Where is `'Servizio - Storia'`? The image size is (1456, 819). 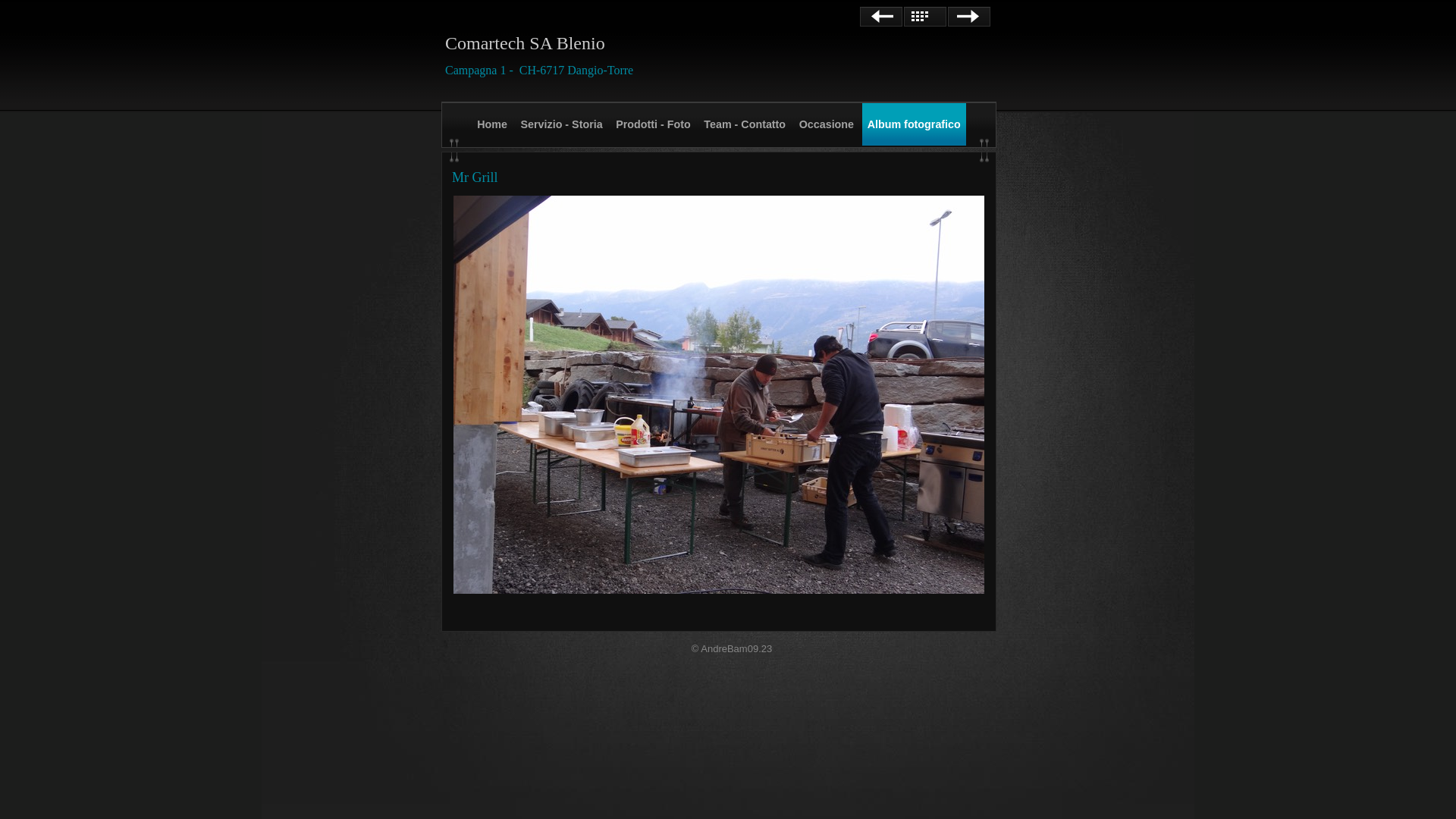 'Servizio - Storia' is located at coordinates (560, 124).